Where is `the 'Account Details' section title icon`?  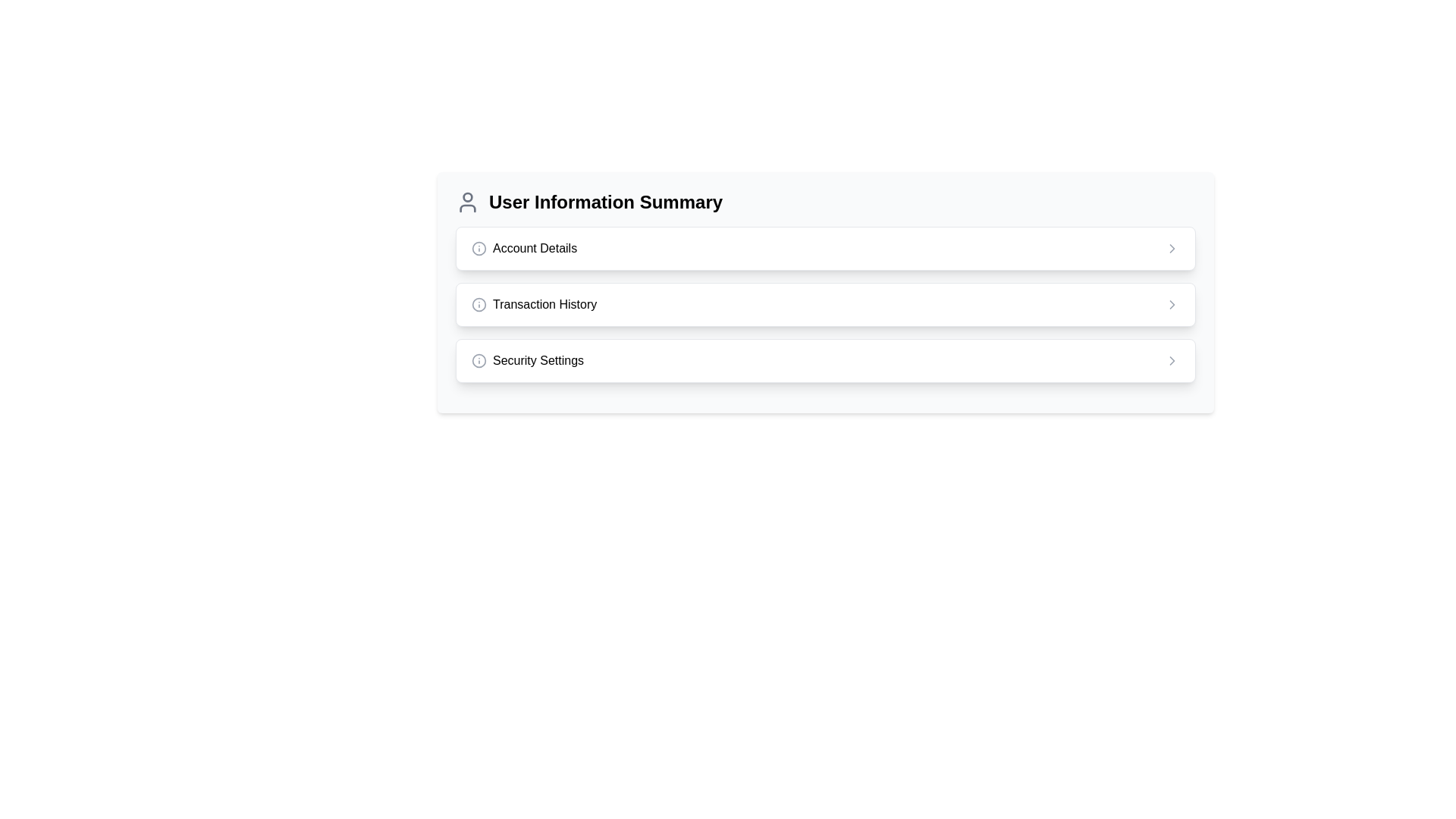
the 'Account Details' section title icon is located at coordinates (524, 247).